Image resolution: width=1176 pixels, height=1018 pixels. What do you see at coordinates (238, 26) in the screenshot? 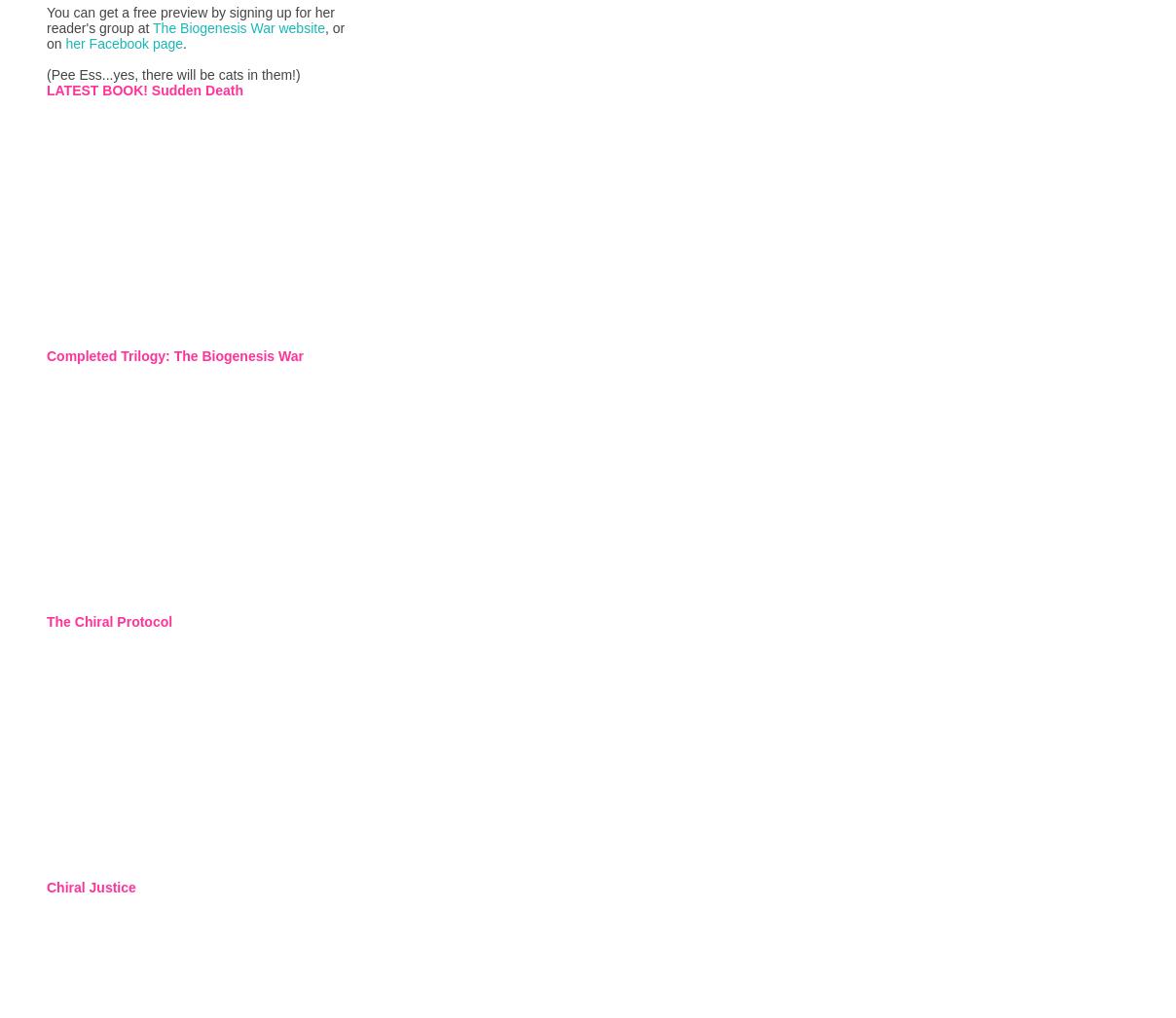
I see `'The Biogenesis War website'` at bounding box center [238, 26].